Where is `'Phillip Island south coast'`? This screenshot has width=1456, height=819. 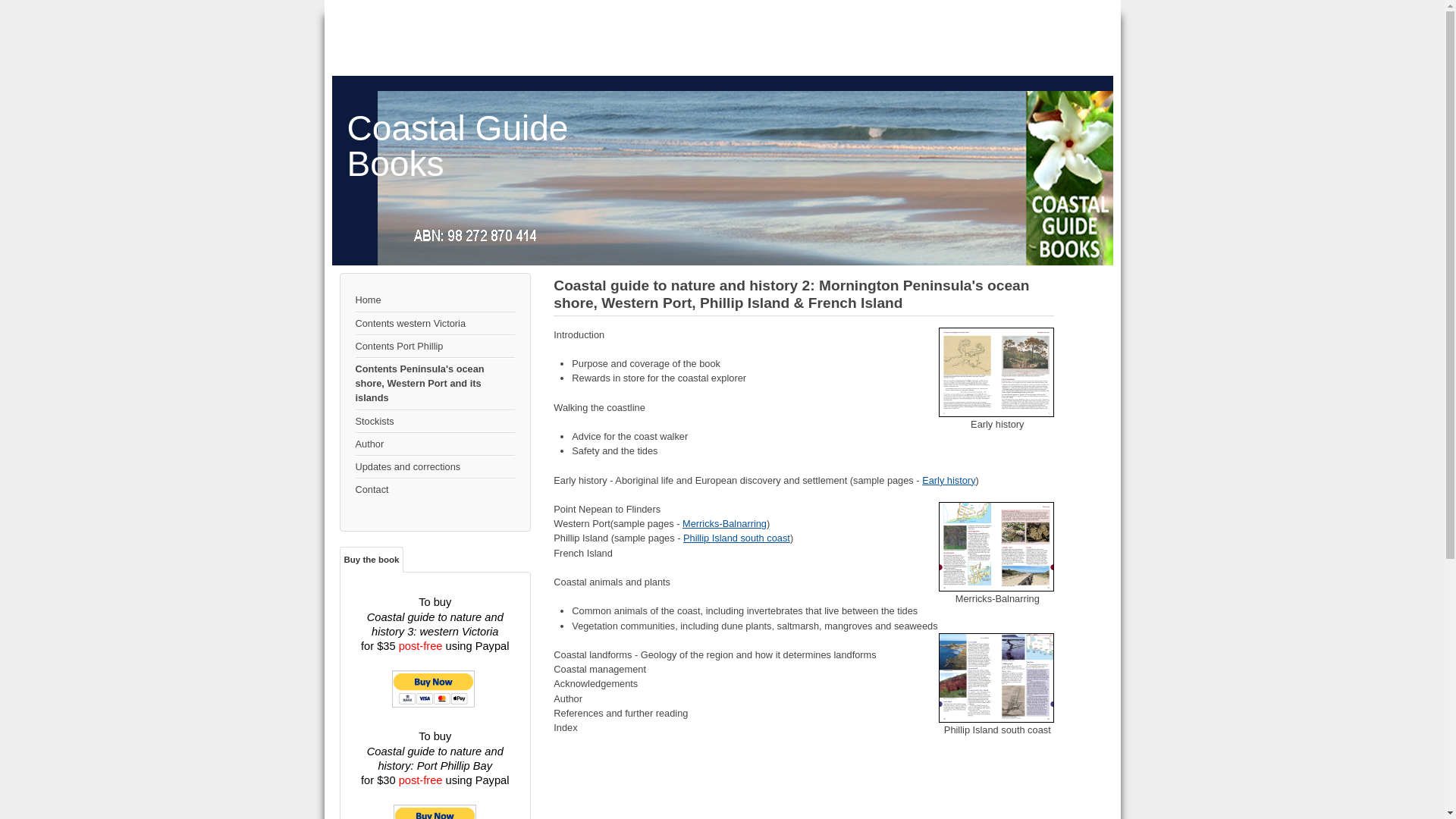
'Phillip Island south coast' is located at coordinates (736, 537).